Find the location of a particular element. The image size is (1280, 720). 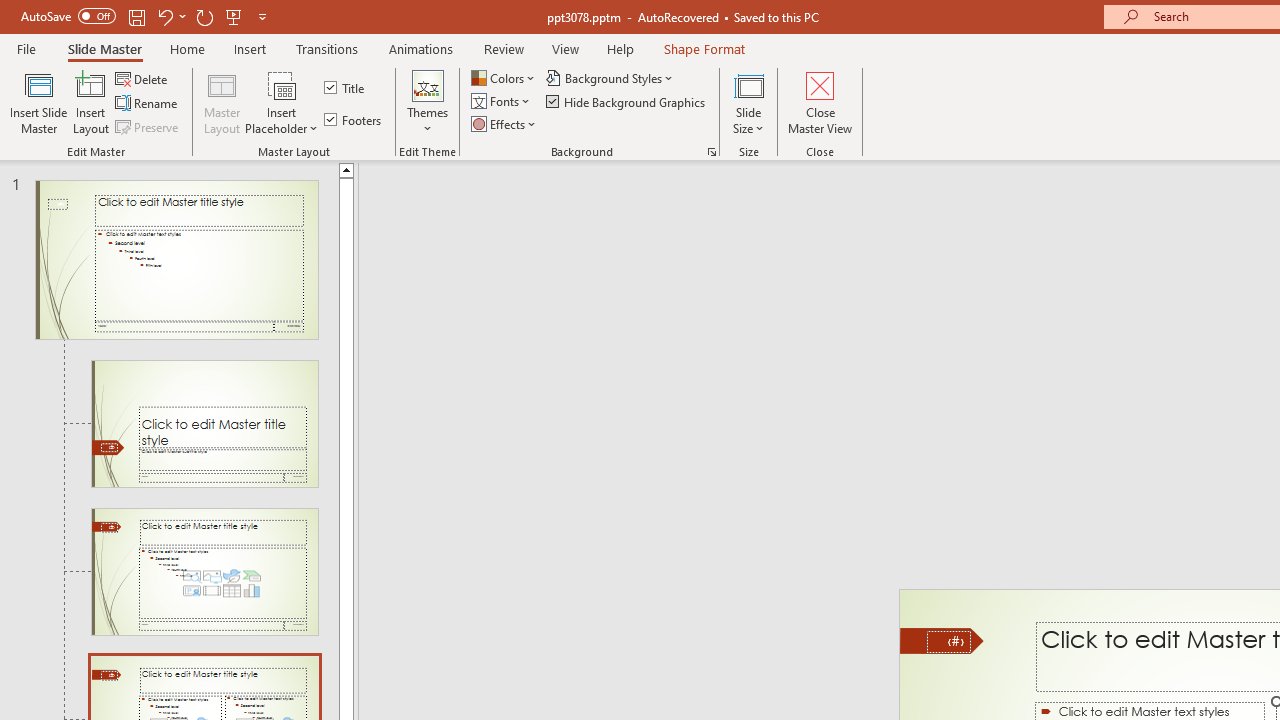

'Preserve' is located at coordinates (148, 127).